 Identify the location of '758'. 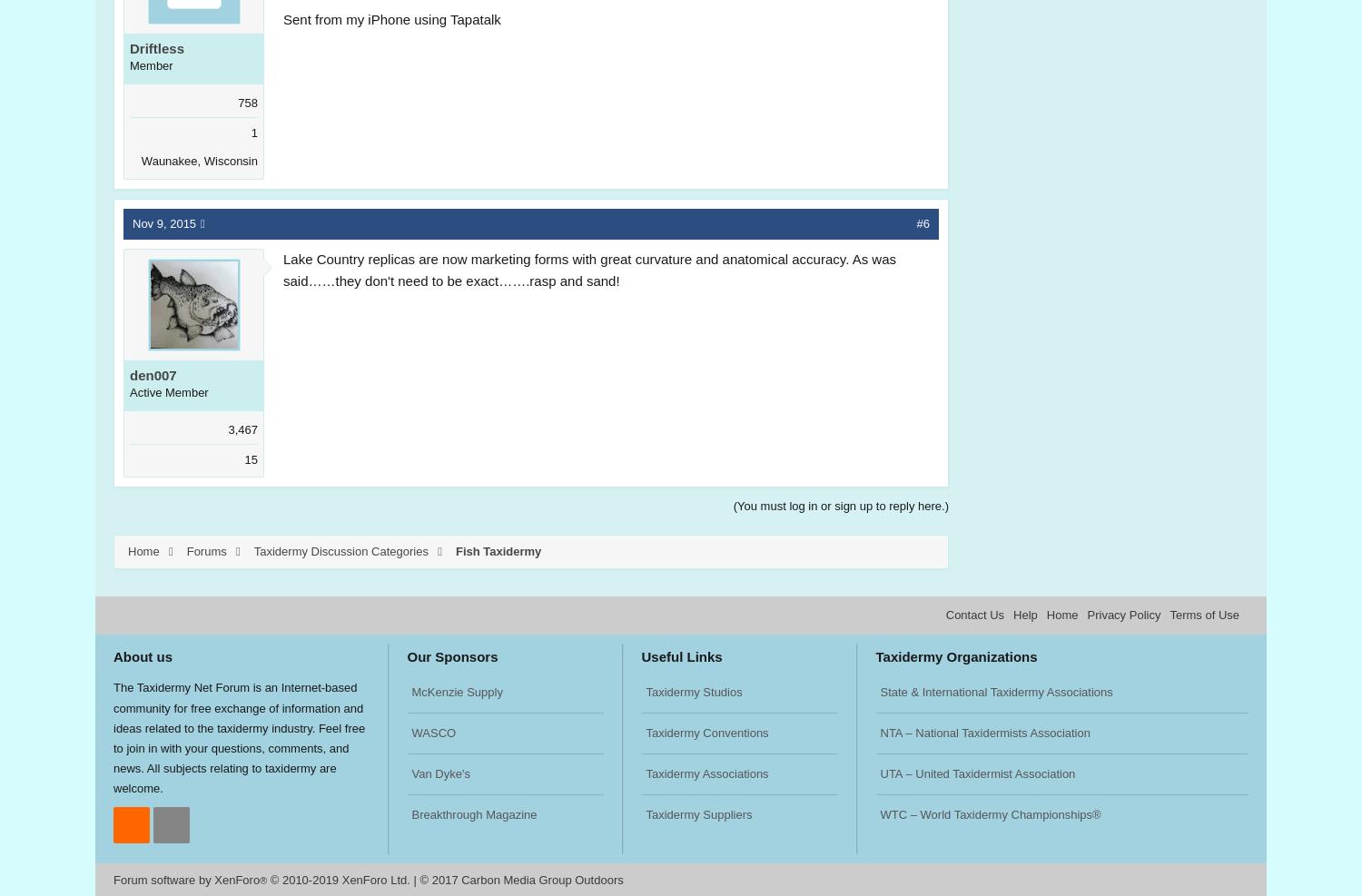
(248, 103).